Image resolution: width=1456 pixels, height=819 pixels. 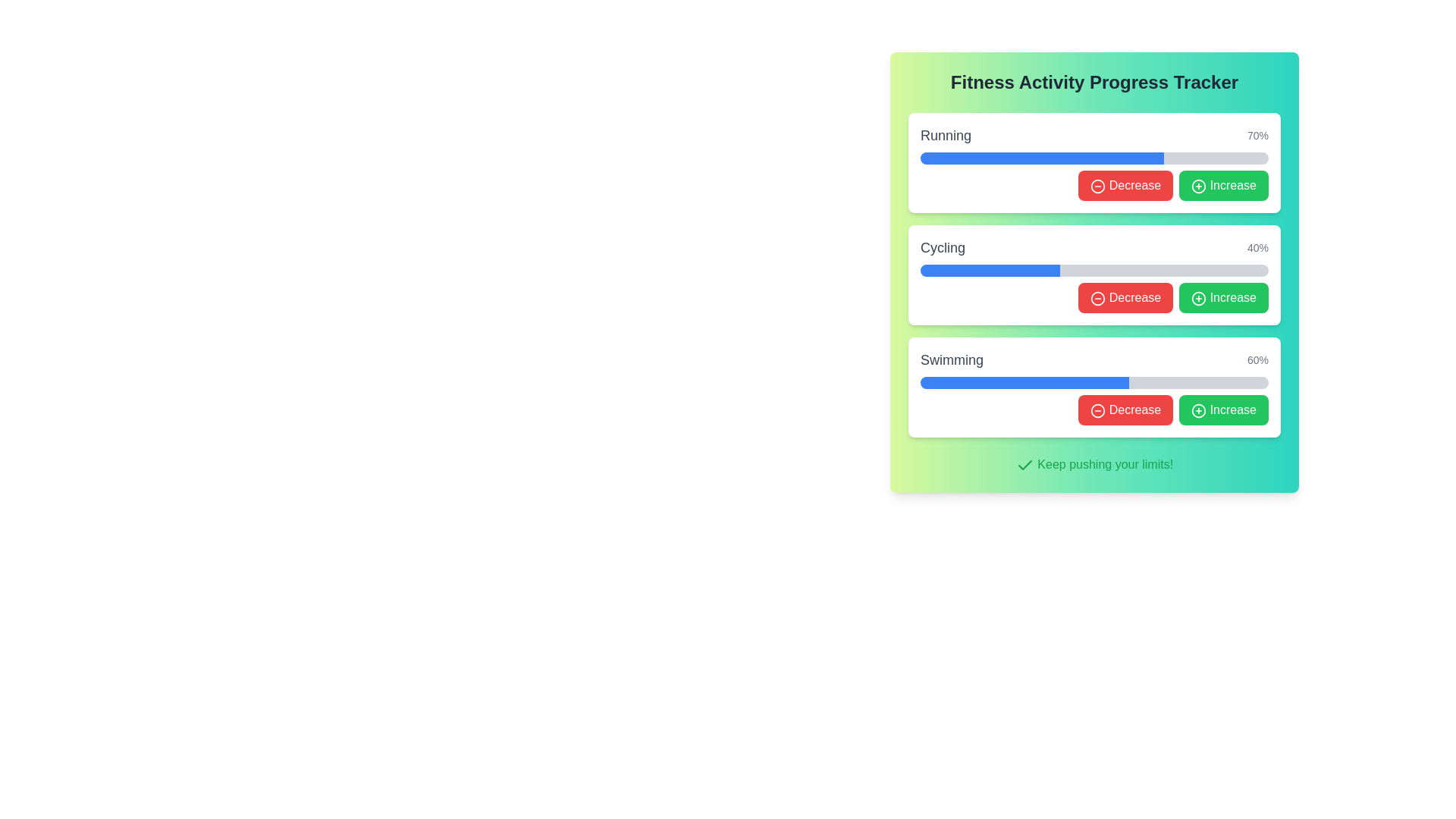 I want to click on the red button labeled 'Decrease', which is positioned to the right of a progress bar, so click(x=1125, y=185).